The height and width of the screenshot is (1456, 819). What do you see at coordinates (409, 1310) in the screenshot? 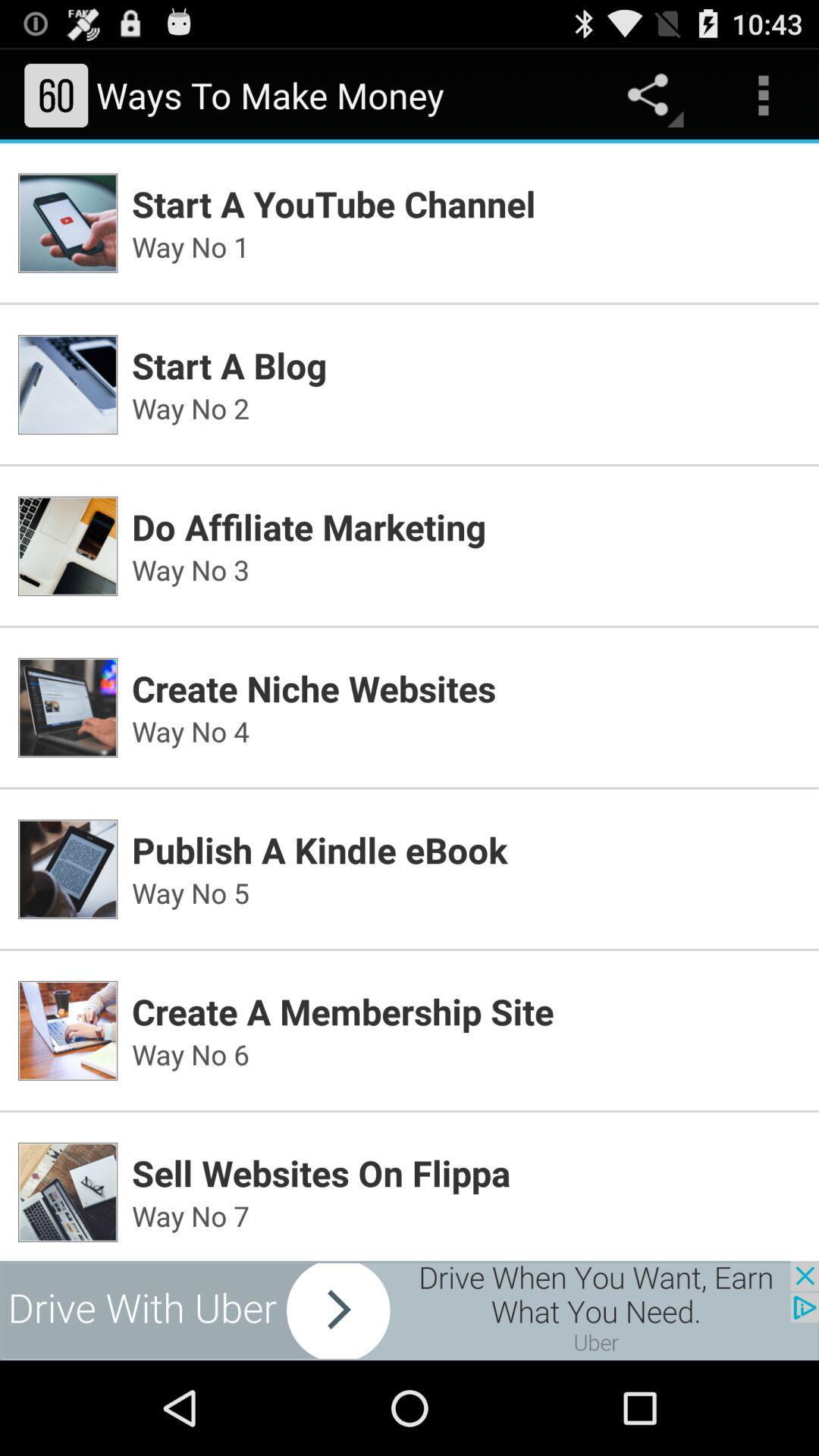
I see `share the article` at bounding box center [409, 1310].